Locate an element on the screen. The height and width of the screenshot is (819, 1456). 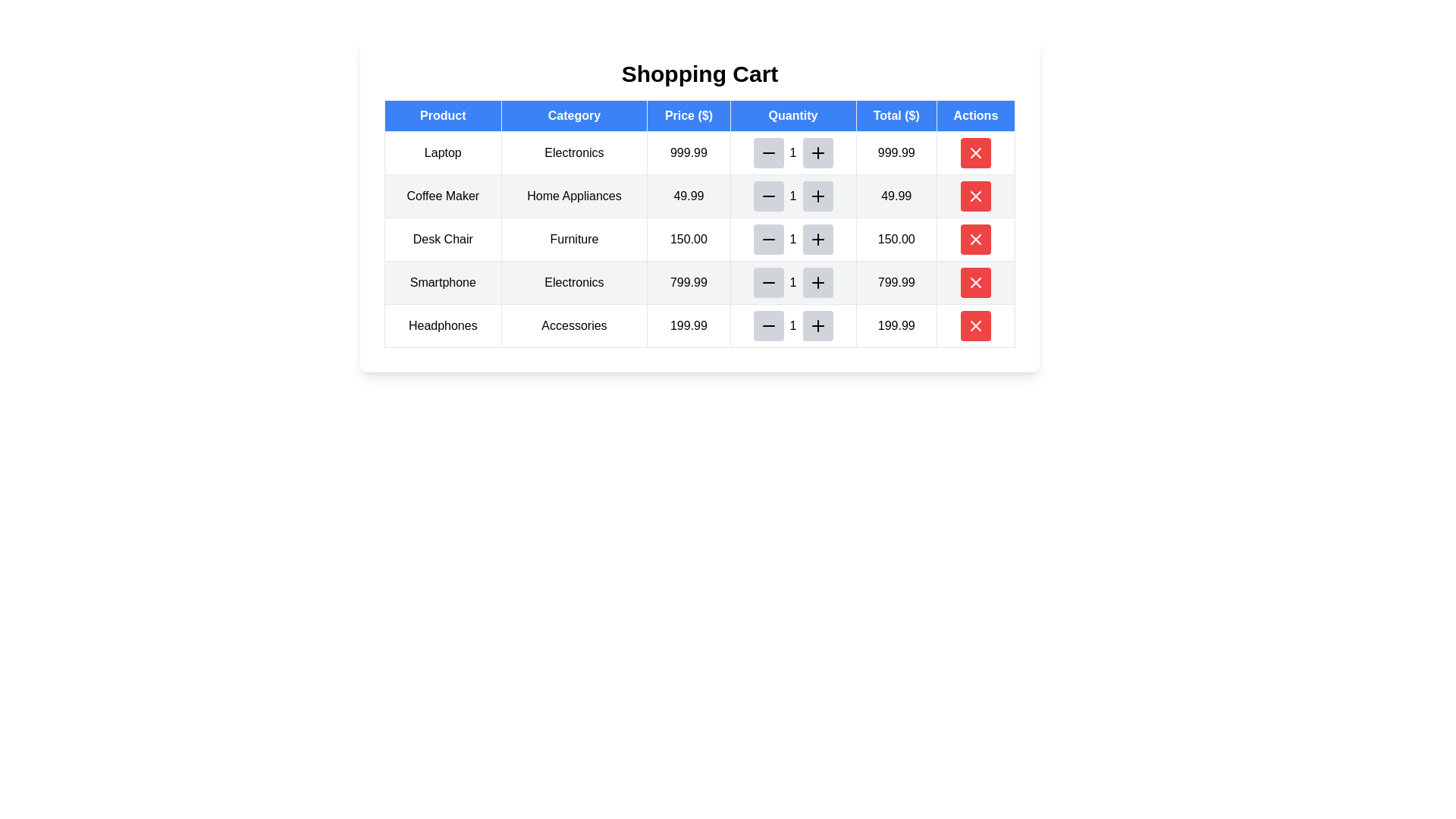
the delete button for the item 'Smartphone' located in the fourth row of the table under the 'Actions' column is located at coordinates (975, 283).